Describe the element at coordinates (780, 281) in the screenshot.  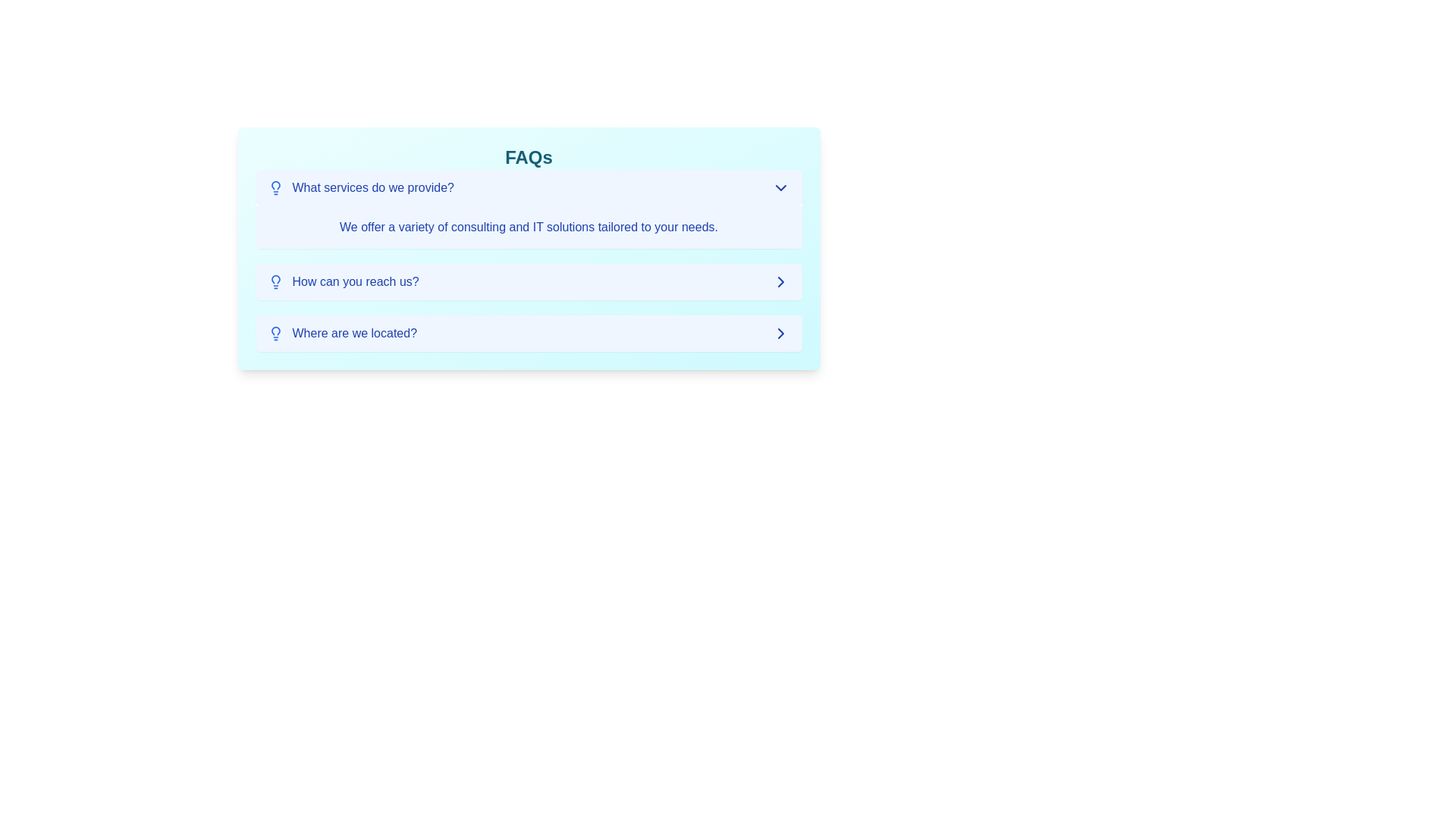
I see `the chevron-right icon in the FAQ section under the question 'How can you reach us?'` at that location.